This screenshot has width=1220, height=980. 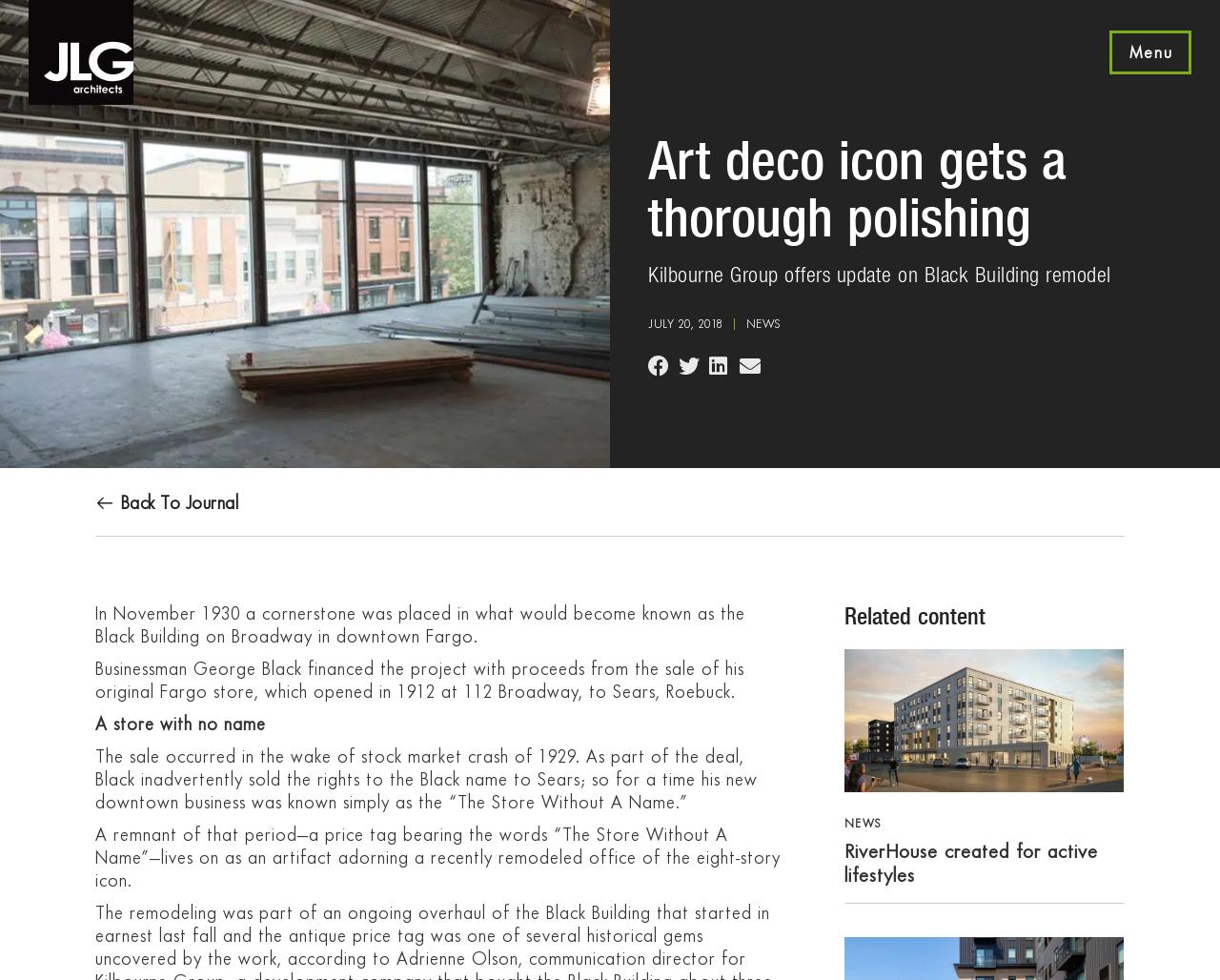 What do you see at coordinates (878, 275) in the screenshot?
I see `'Kilbourne Group offers update on Black Building remodel'` at bounding box center [878, 275].